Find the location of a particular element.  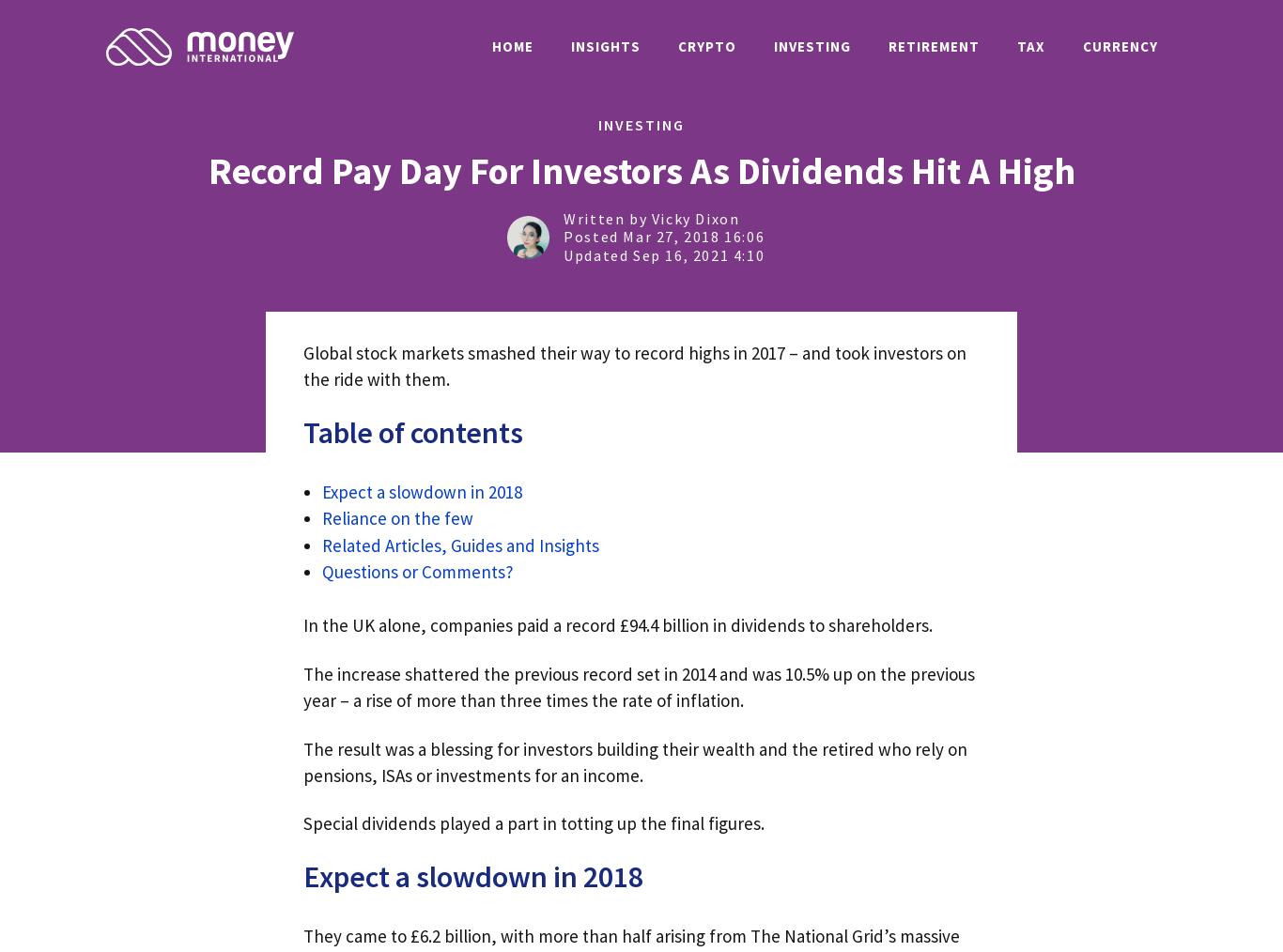

'Table of contents' is located at coordinates (303, 431).